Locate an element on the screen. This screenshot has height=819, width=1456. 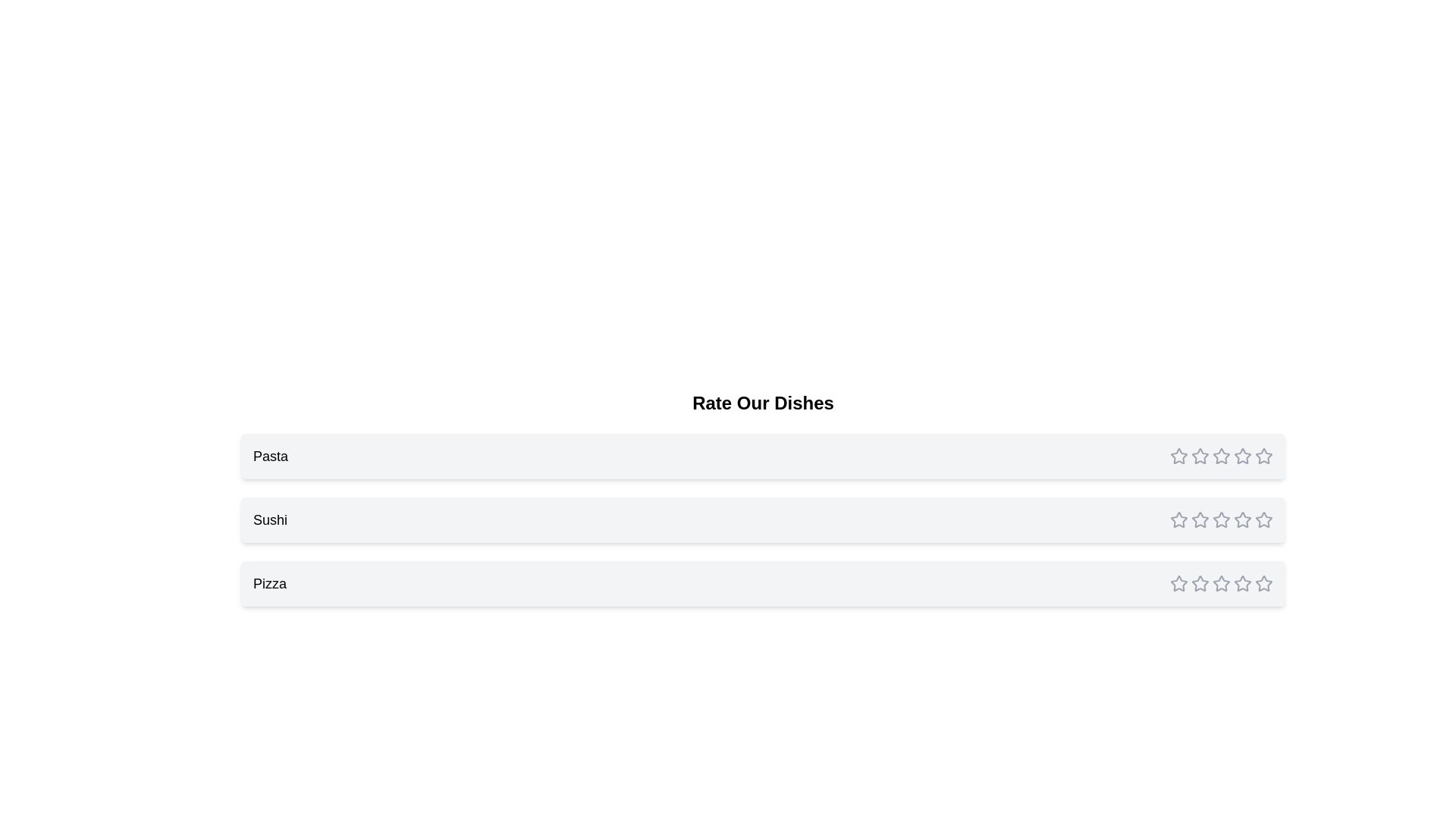
the fourth star icon in the Sushi row is located at coordinates (1242, 519).